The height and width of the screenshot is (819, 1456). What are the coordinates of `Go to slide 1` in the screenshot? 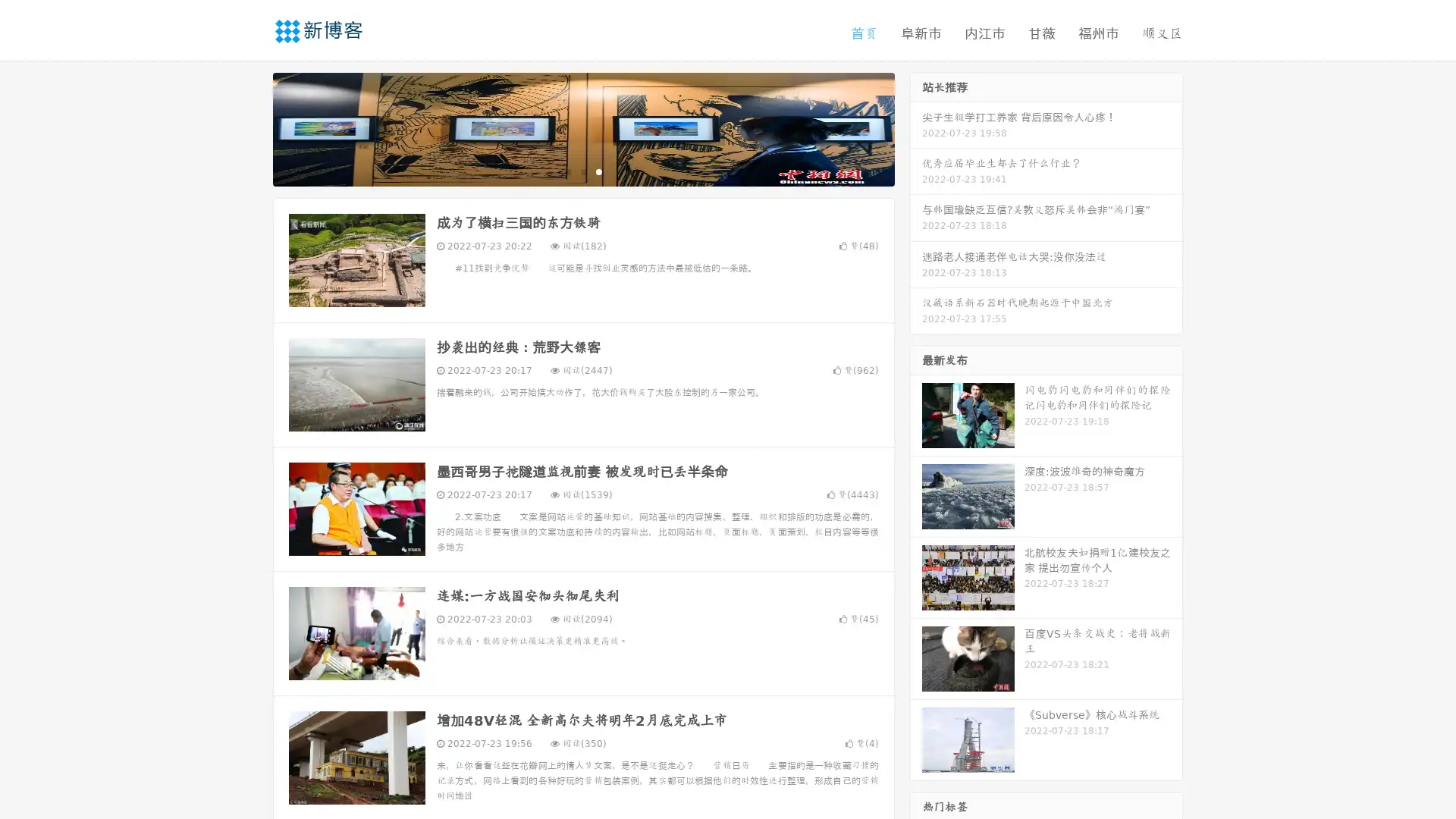 It's located at (567, 171).